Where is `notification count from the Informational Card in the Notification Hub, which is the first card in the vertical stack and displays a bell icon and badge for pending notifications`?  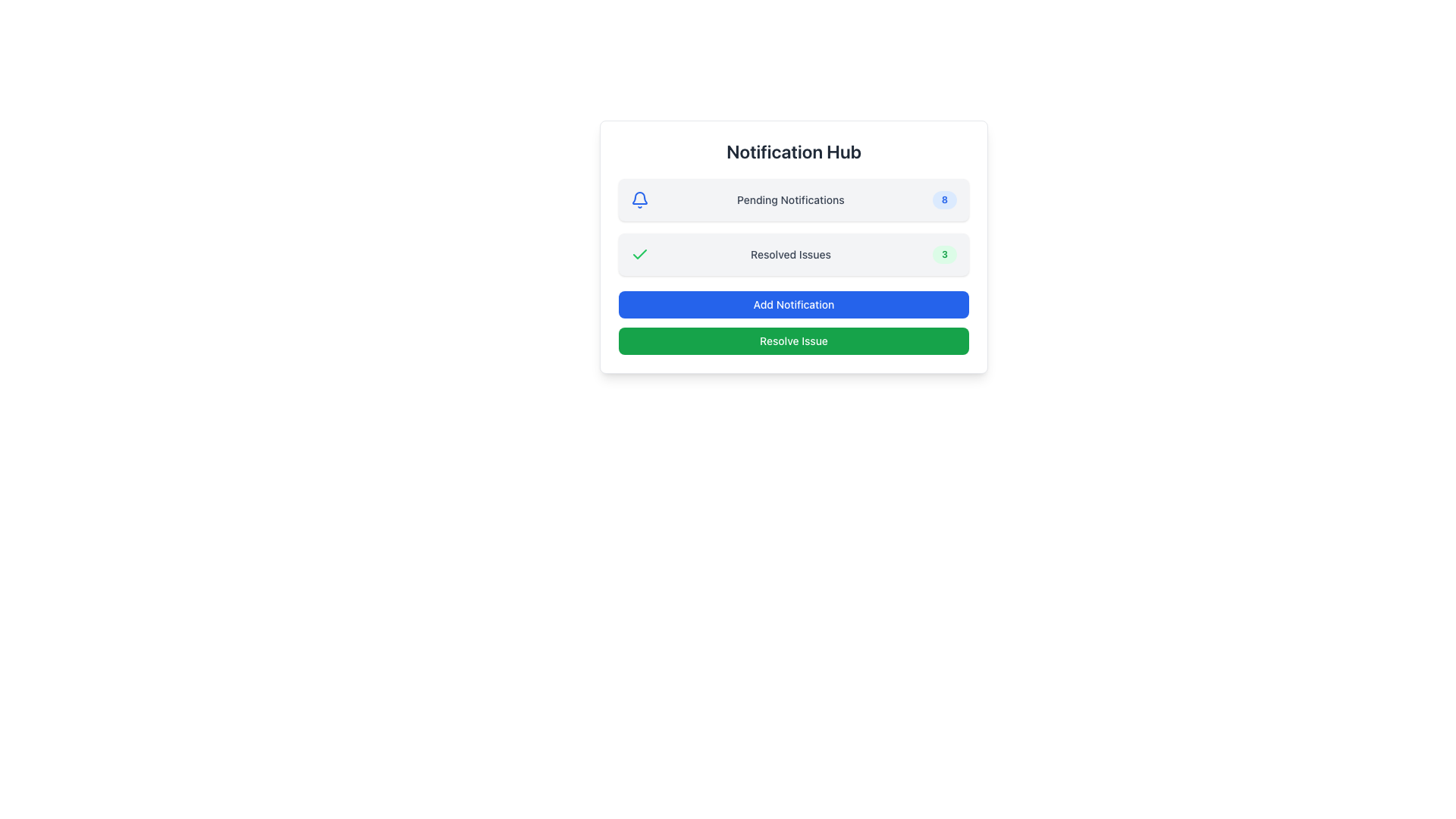
notification count from the Informational Card in the Notification Hub, which is the first card in the vertical stack and displays a bell icon and badge for pending notifications is located at coordinates (792, 199).